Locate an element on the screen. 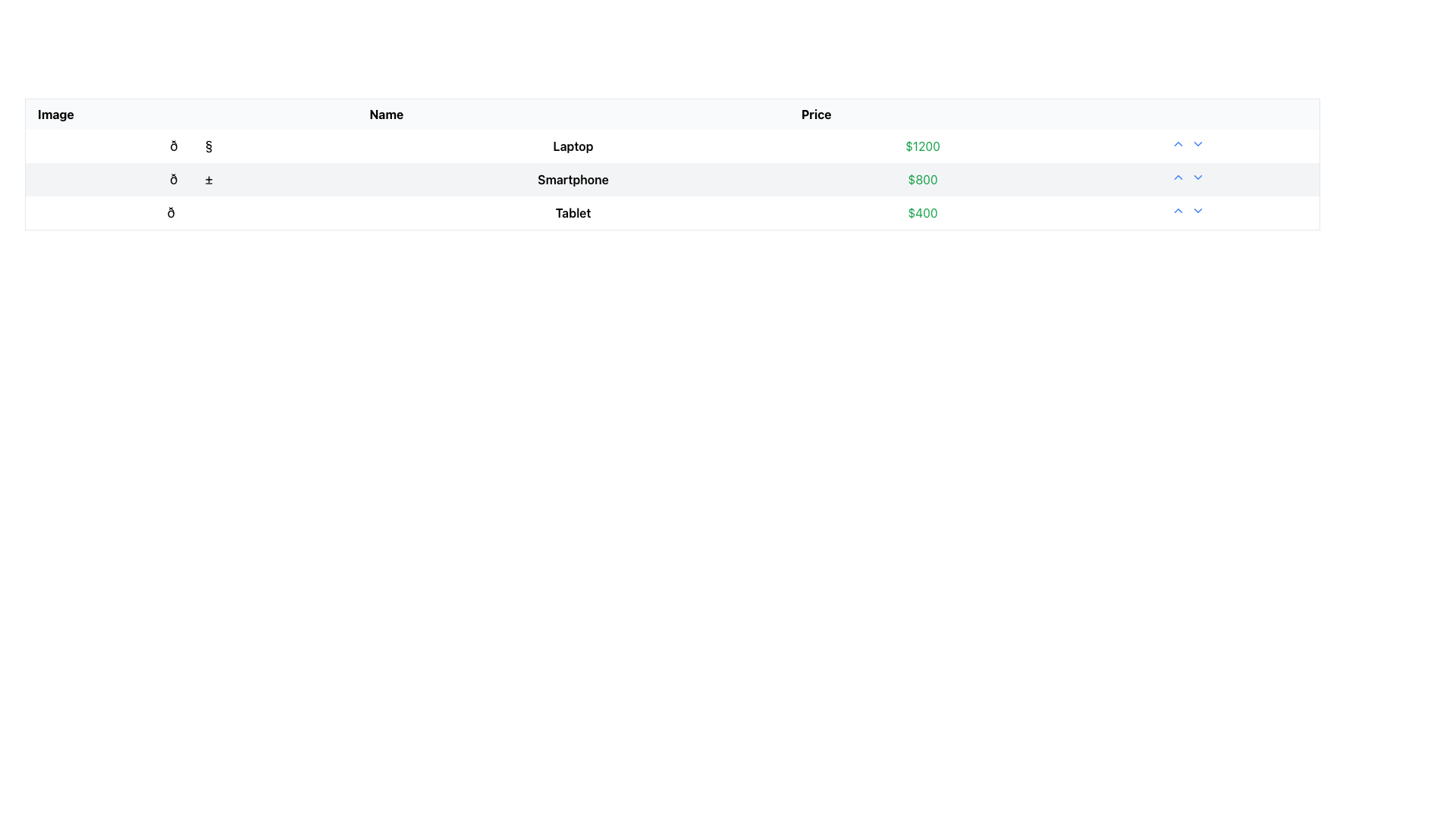  the price display for the item 'Smartphone', which is located in the 'Price' column of the table is located at coordinates (922, 178).